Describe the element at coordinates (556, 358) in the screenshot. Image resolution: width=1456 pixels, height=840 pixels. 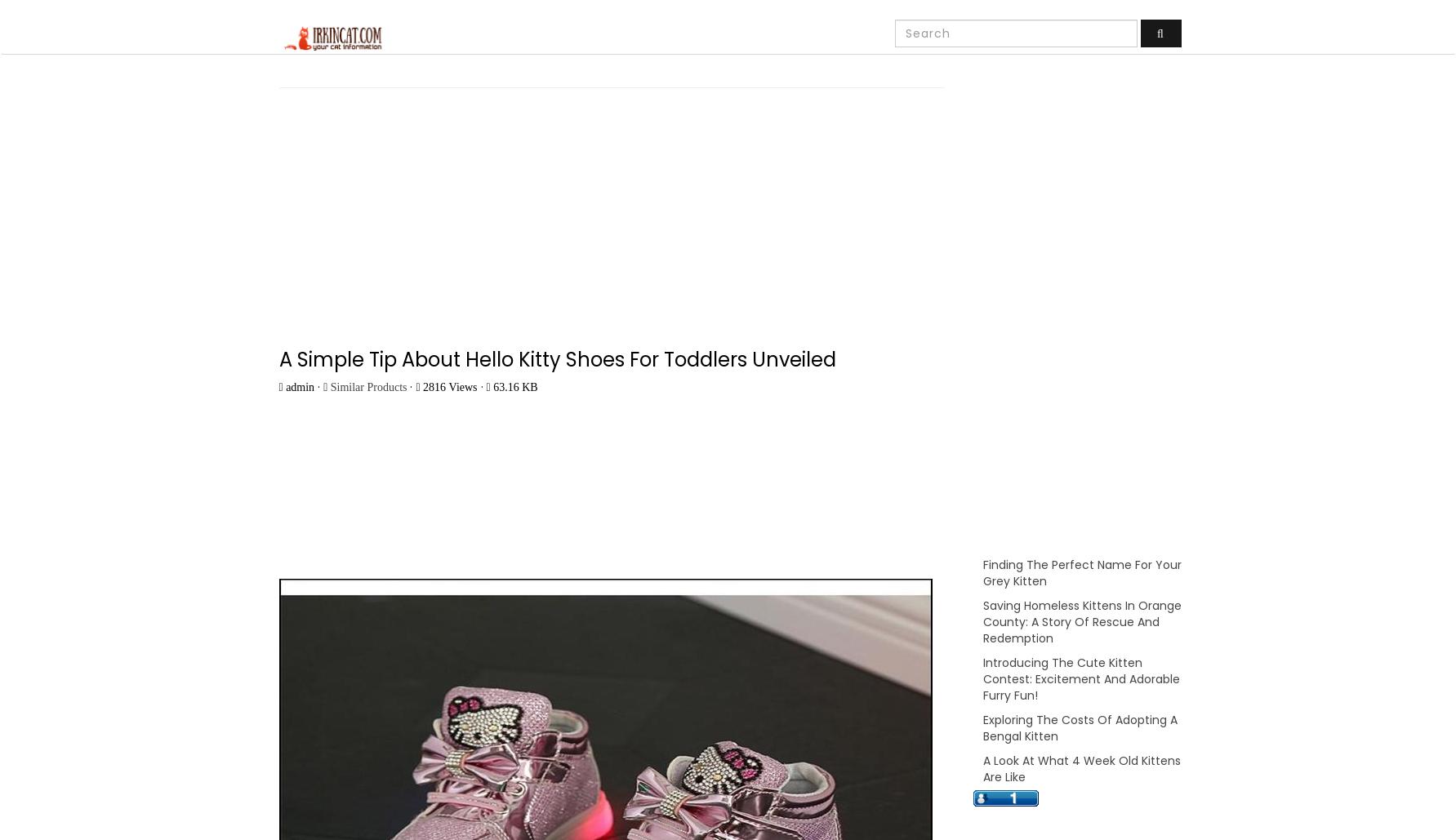
I see `'A Simple Tip About Hello Kitty Shoes For Toddlers Unveiled'` at that location.